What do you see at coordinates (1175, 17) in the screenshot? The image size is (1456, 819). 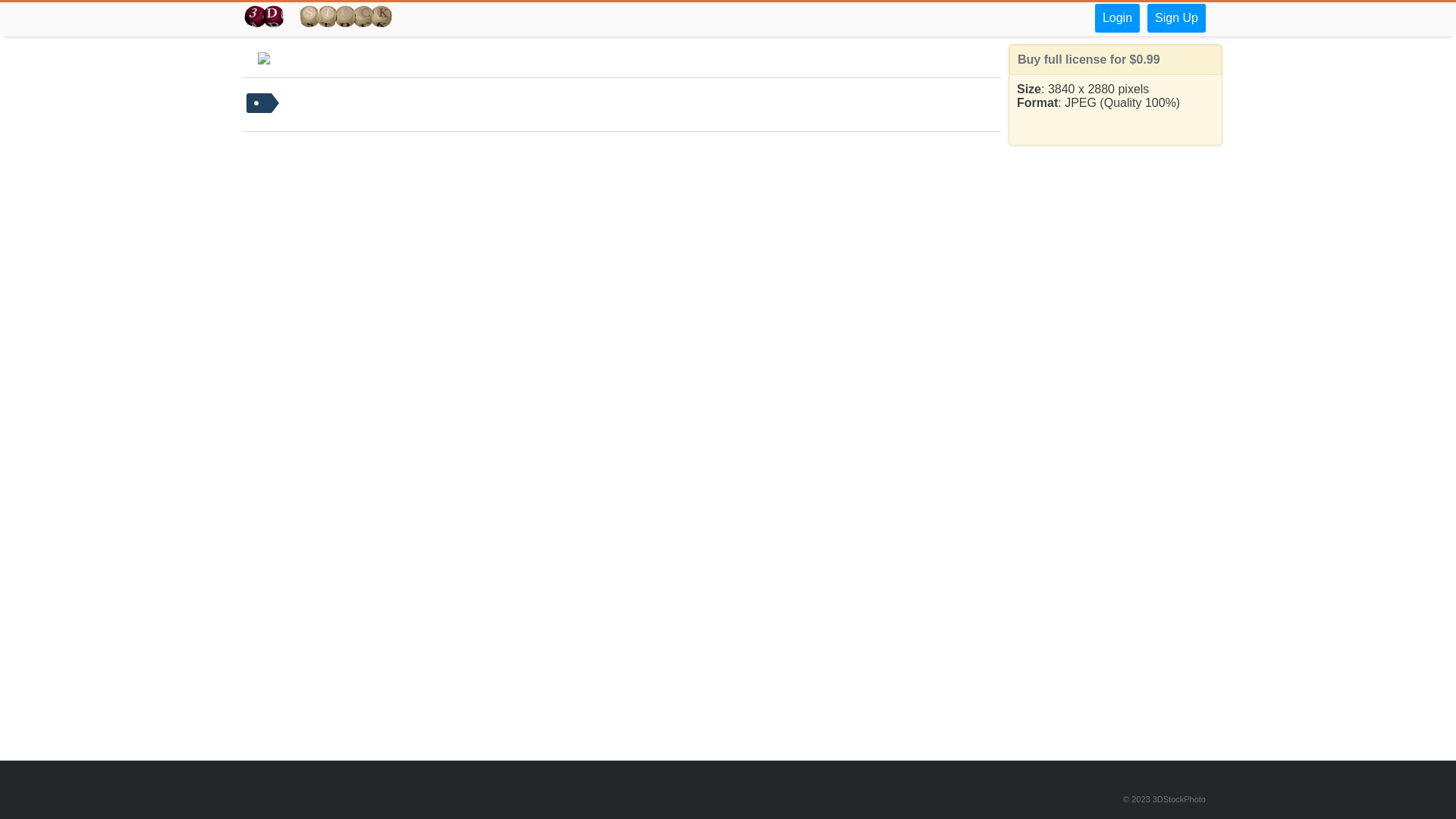 I see `'Sign Up'` at bounding box center [1175, 17].